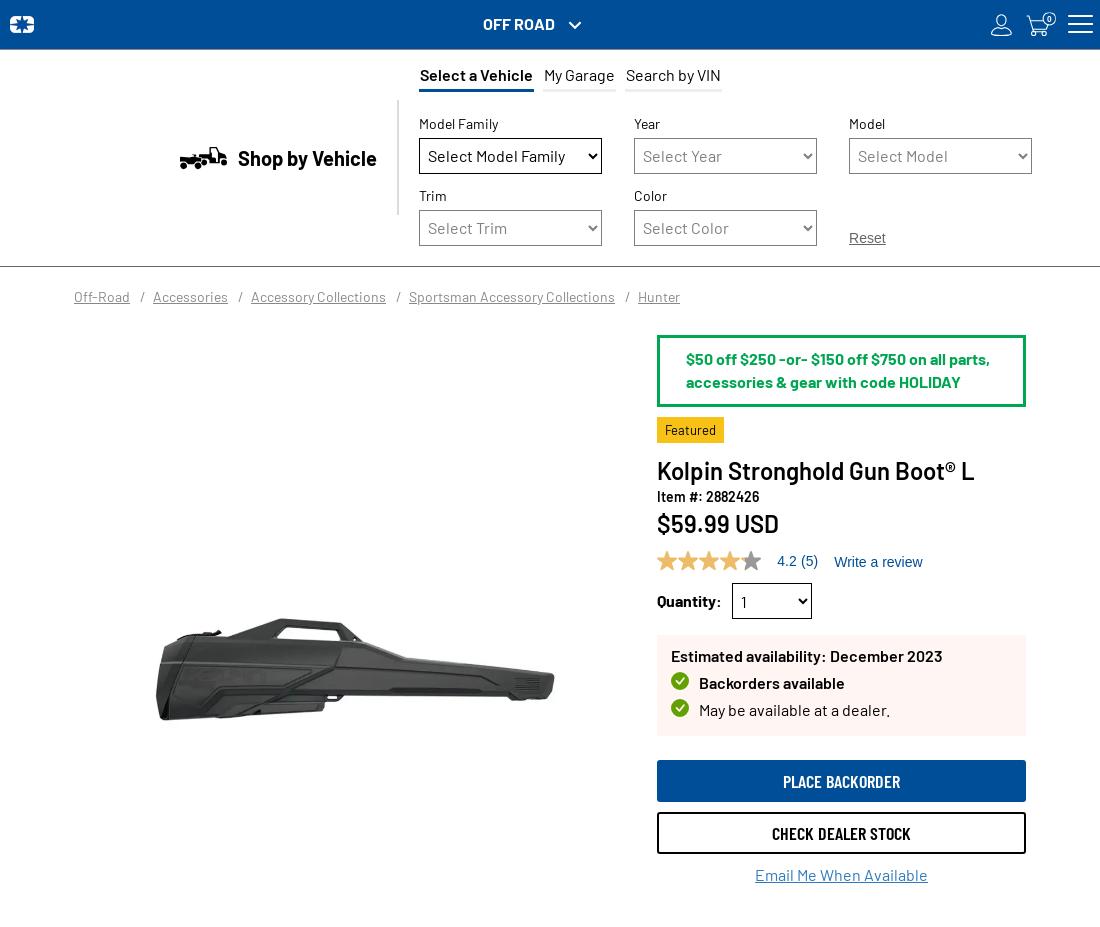 The width and height of the screenshot is (1100, 927). Describe the element at coordinates (866, 237) in the screenshot. I see `'Reset'` at that location.